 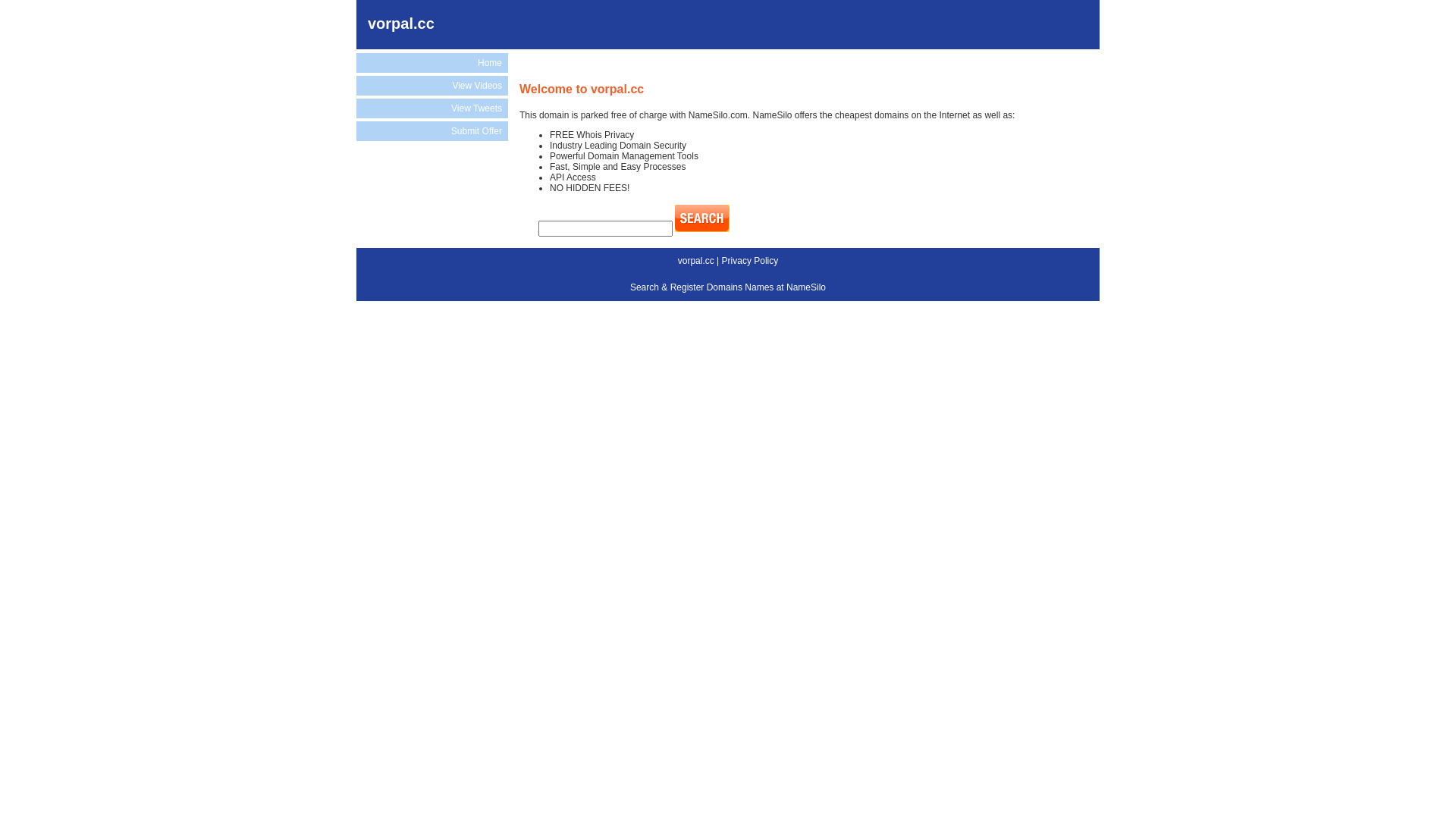 I want to click on 'View Tweets', so click(x=431, y=107).